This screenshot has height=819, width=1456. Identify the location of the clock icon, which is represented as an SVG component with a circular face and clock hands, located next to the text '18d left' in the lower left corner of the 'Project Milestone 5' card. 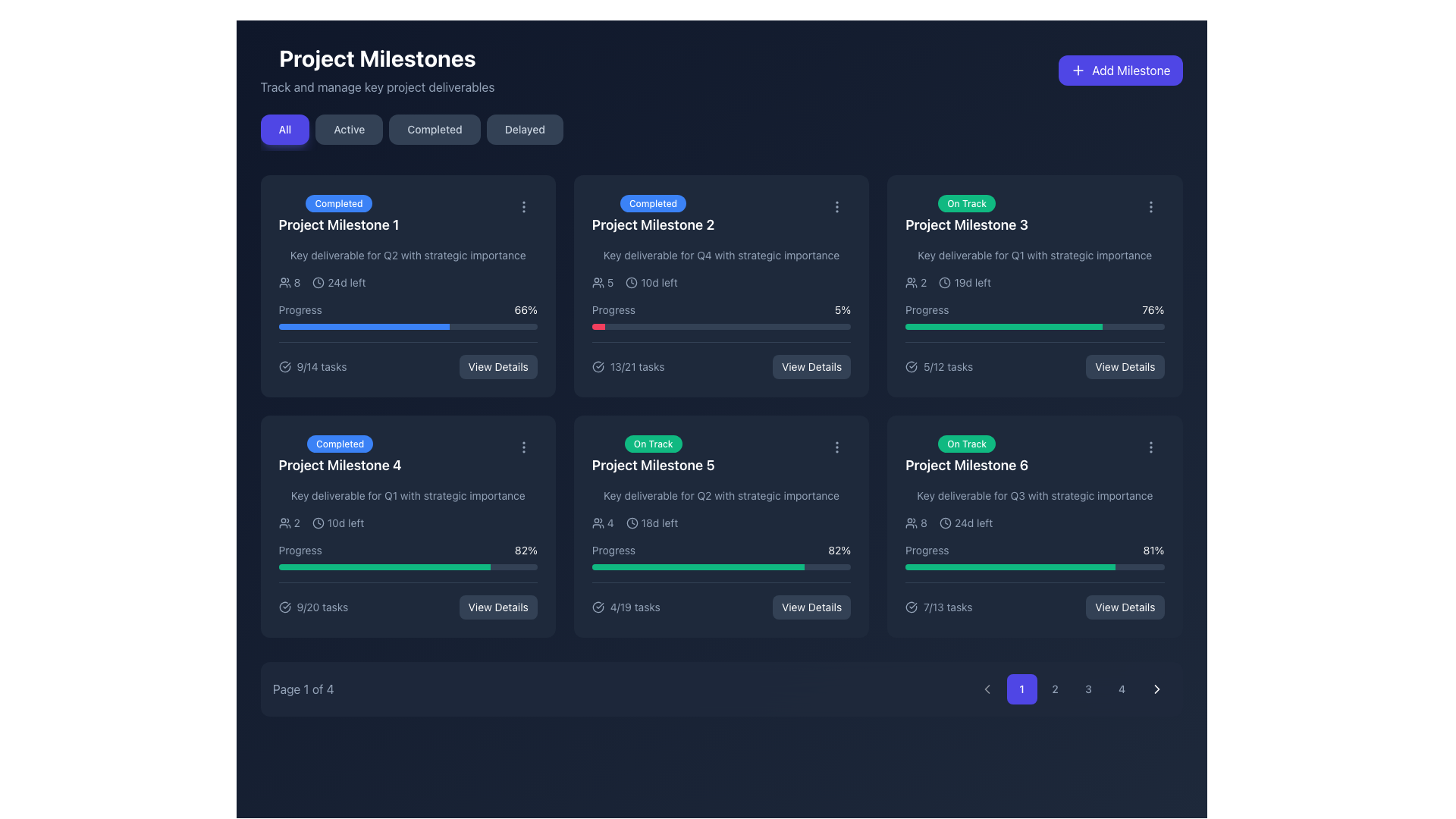
(632, 522).